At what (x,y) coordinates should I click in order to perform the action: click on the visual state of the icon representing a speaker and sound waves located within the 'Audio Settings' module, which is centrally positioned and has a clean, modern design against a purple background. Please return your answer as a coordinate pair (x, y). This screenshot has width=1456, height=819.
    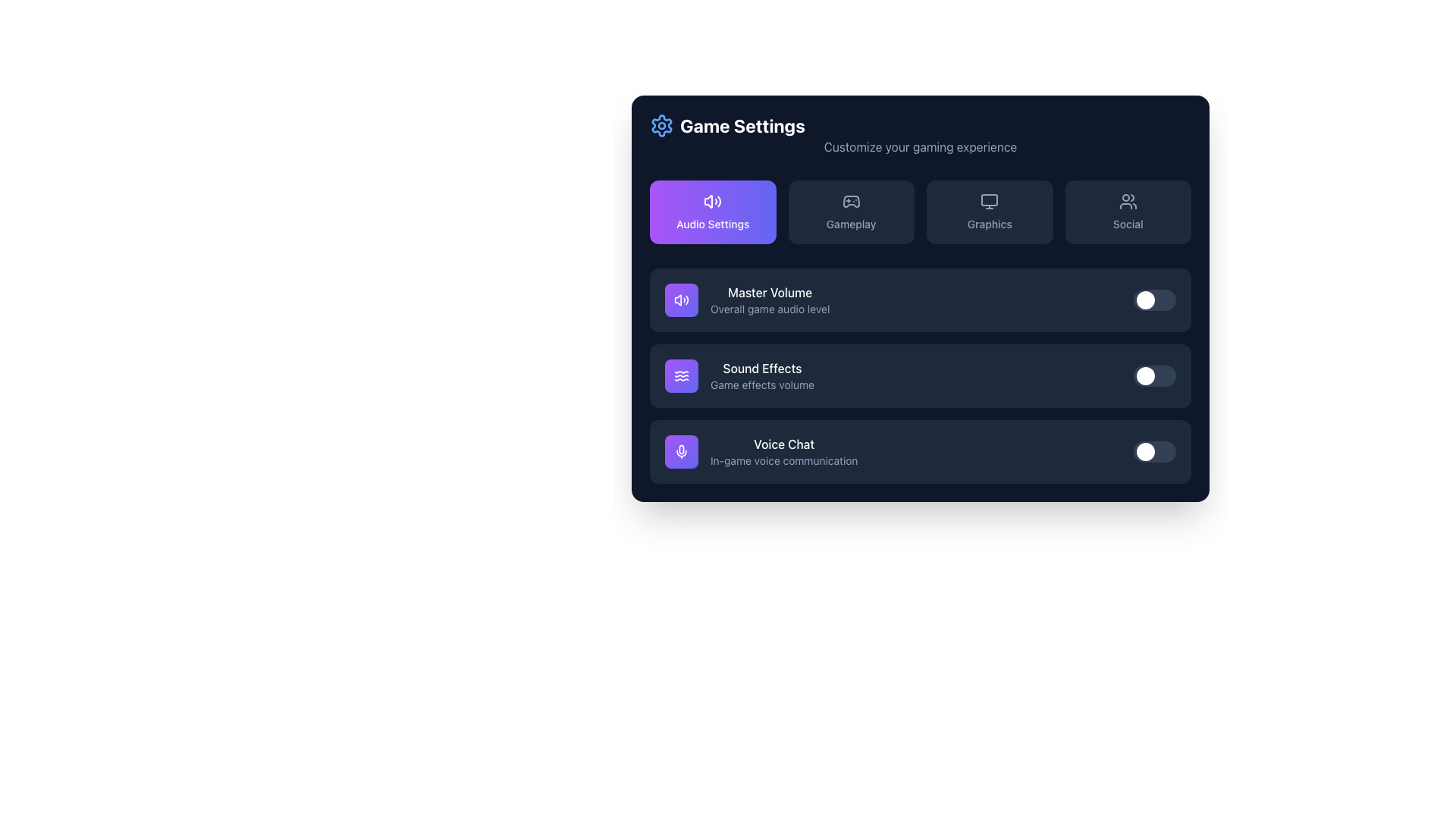
    Looking at the image, I should click on (712, 201).